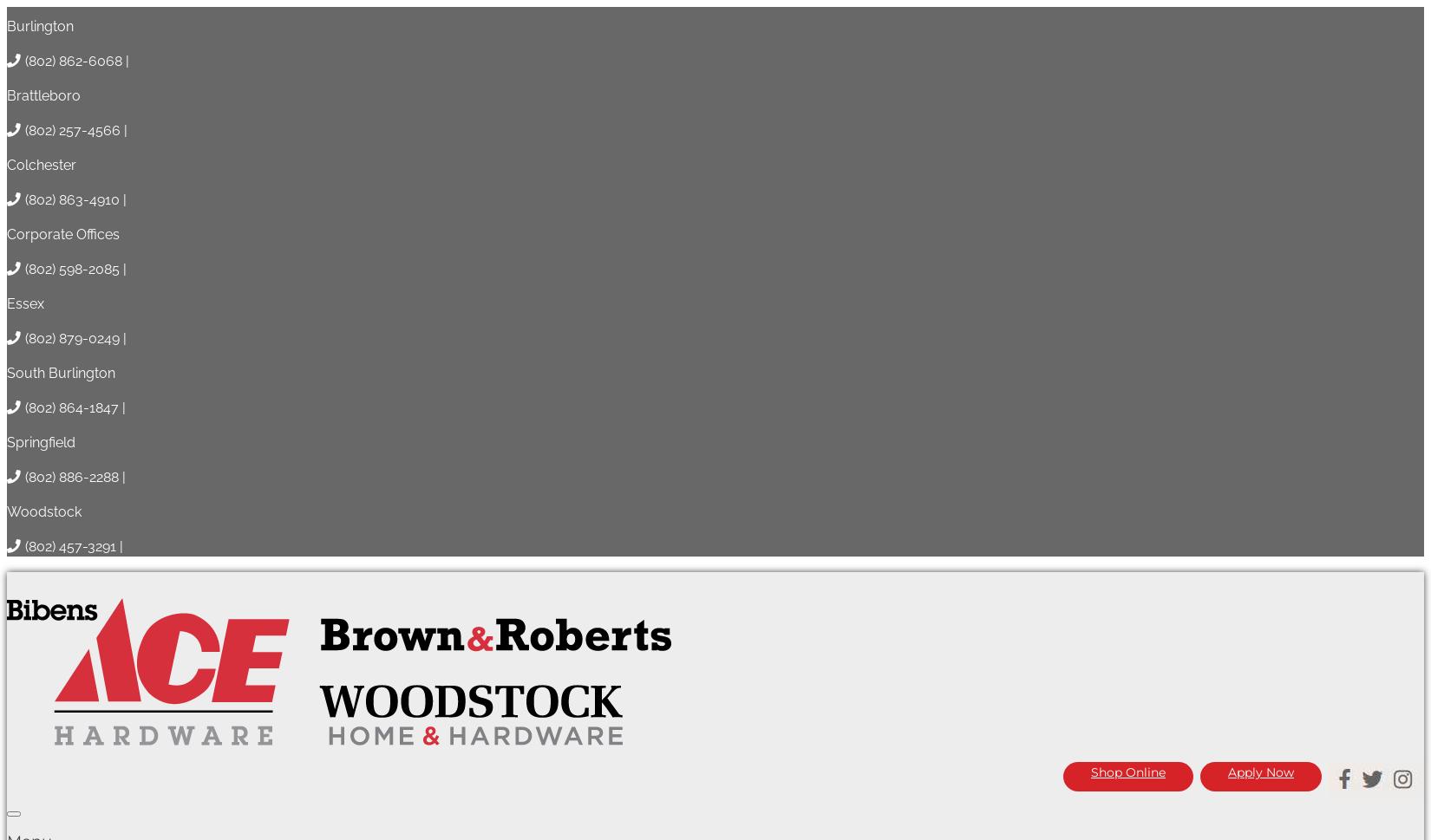 This screenshot has height=840, width=1431. I want to click on 'Lemon Verbena', so click(64, 647).